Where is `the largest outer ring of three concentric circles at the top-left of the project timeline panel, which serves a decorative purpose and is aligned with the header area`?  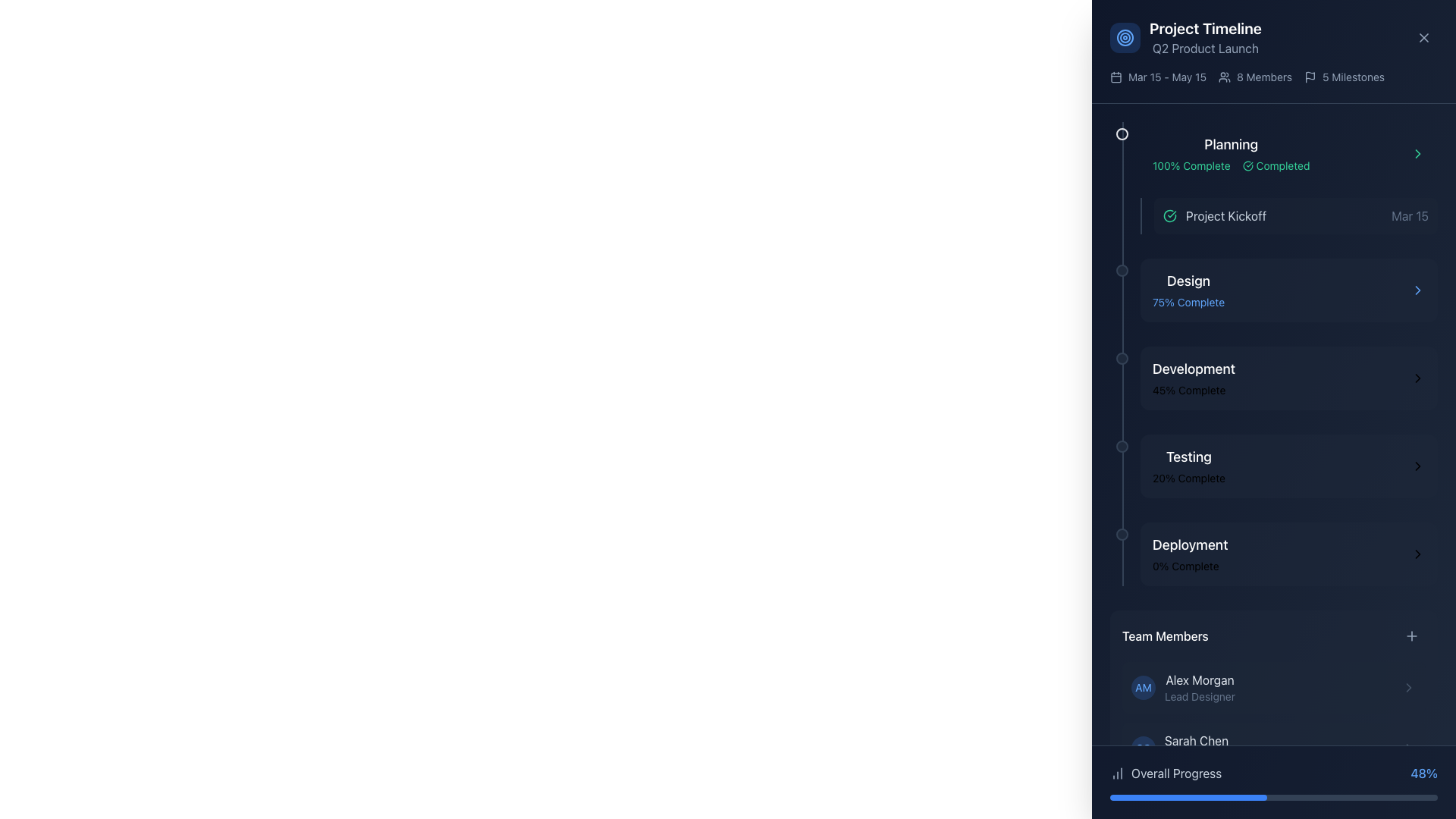 the largest outer ring of three concentric circles at the top-left of the project timeline panel, which serves a decorative purpose and is aligned with the header area is located at coordinates (1125, 37).